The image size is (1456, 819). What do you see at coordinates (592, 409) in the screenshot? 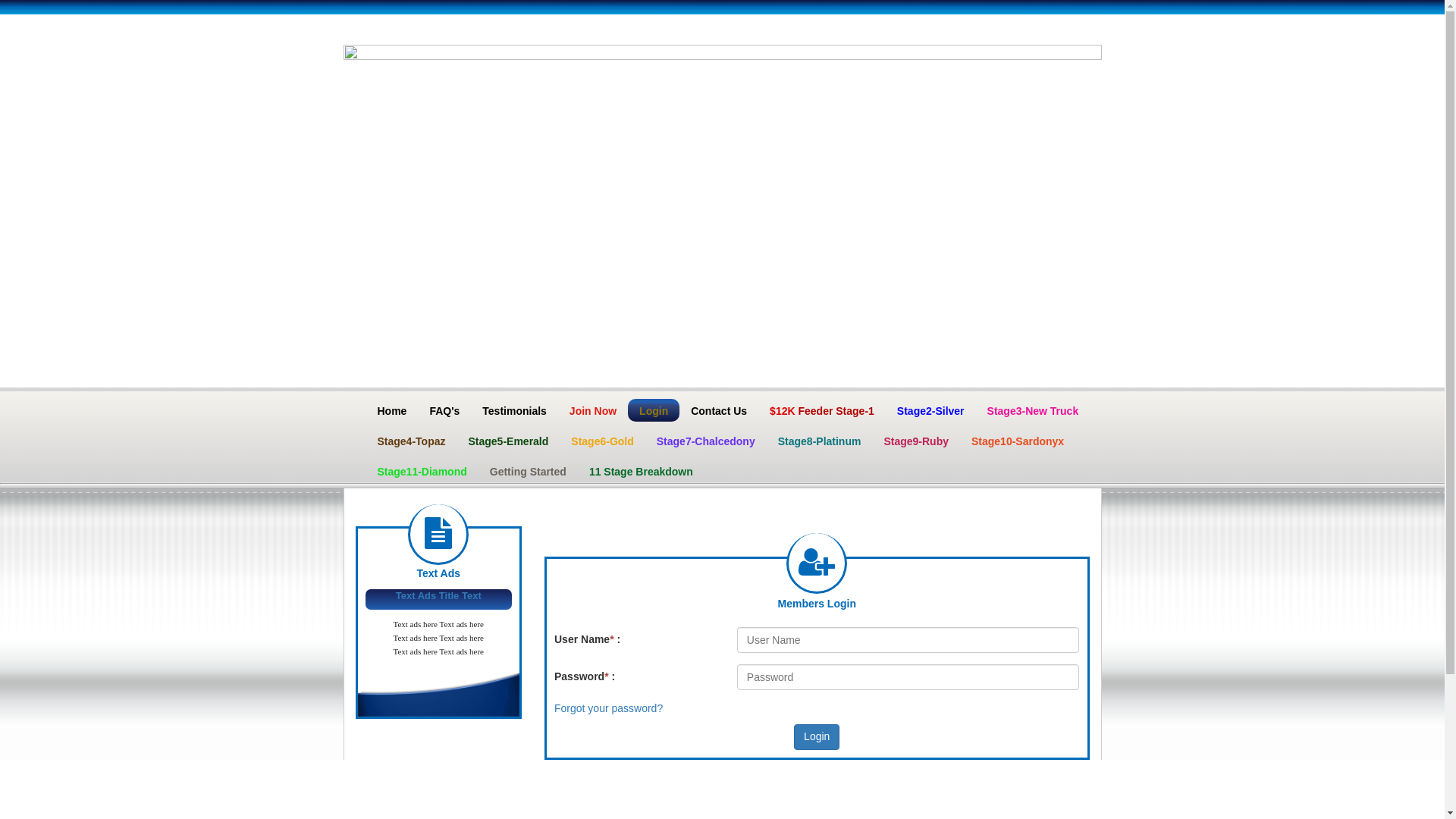
I see `'Join Now'` at bounding box center [592, 409].